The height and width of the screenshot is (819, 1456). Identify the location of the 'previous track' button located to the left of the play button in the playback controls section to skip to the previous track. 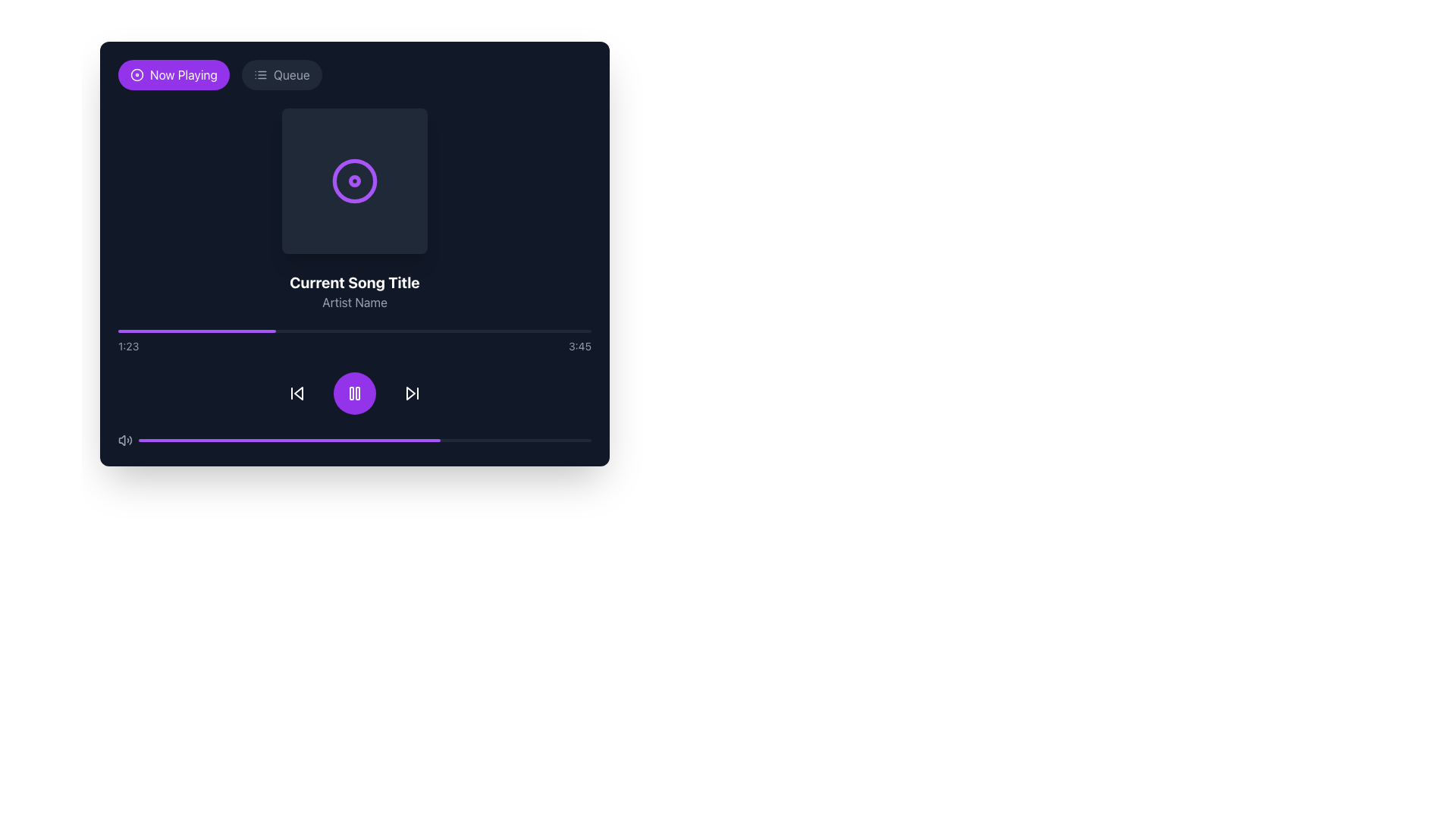
(297, 393).